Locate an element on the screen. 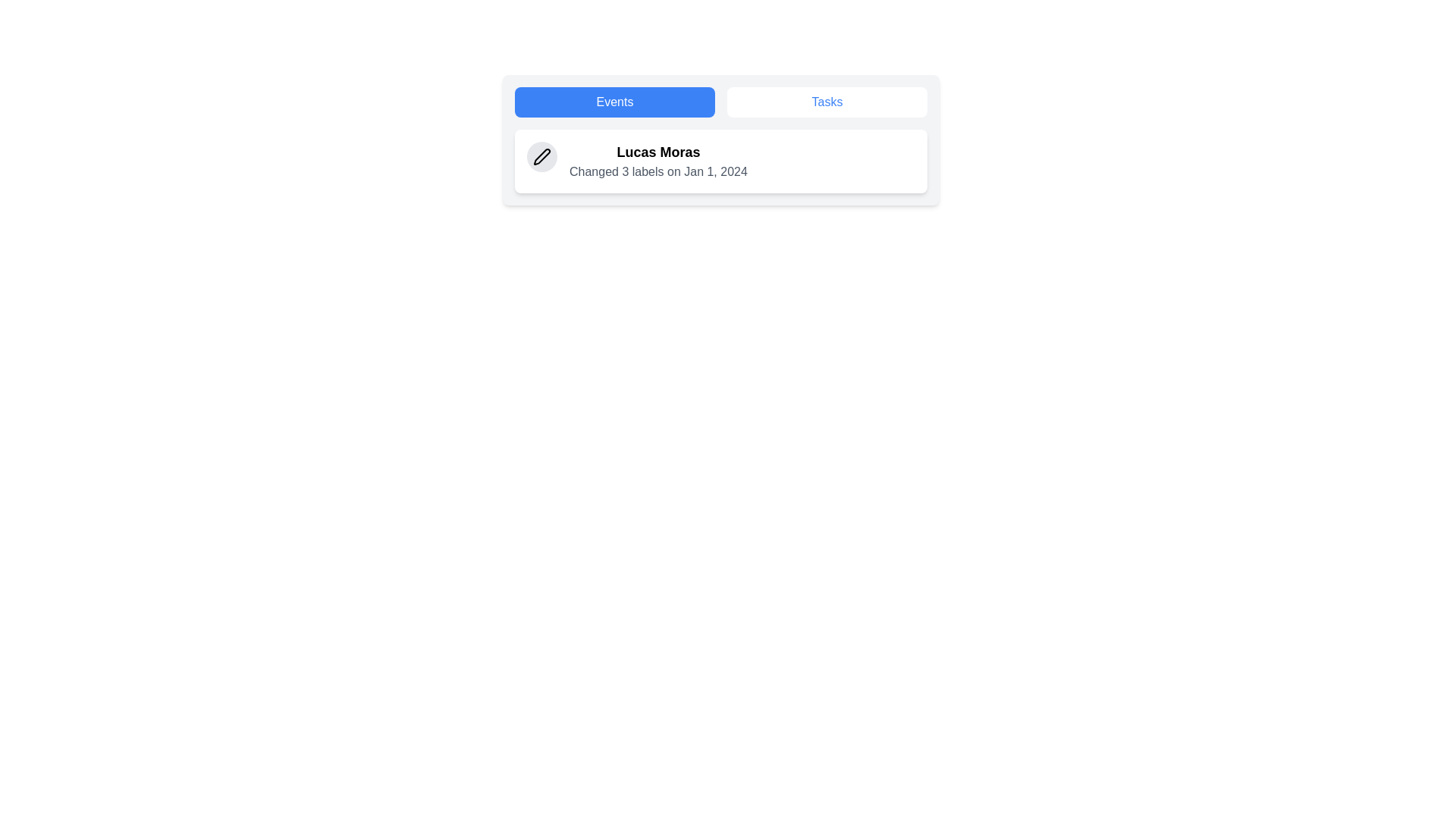 The image size is (1456, 819). the blue button labeled 'Events' is located at coordinates (615, 102).